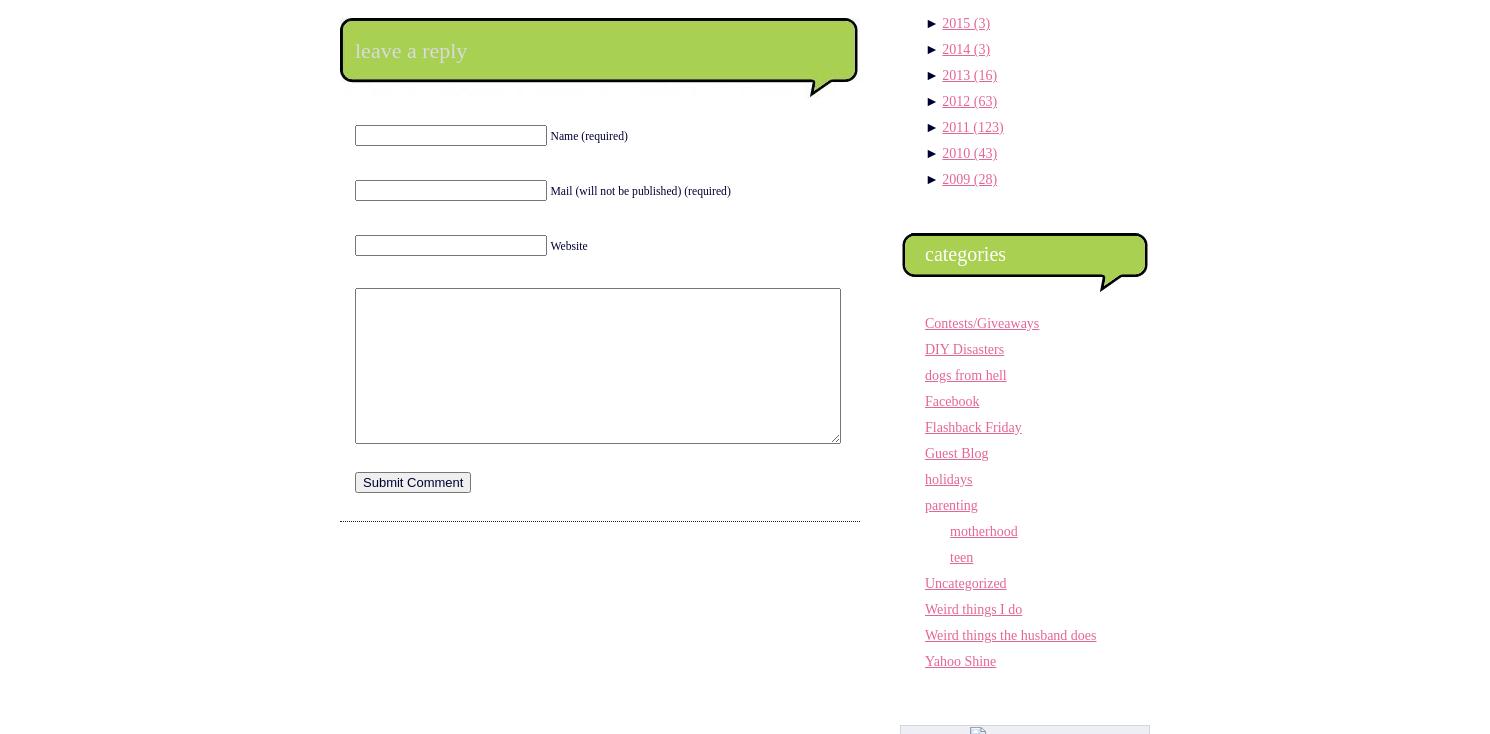 The image size is (1490, 734). I want to click on '2013', so click(957, 75).